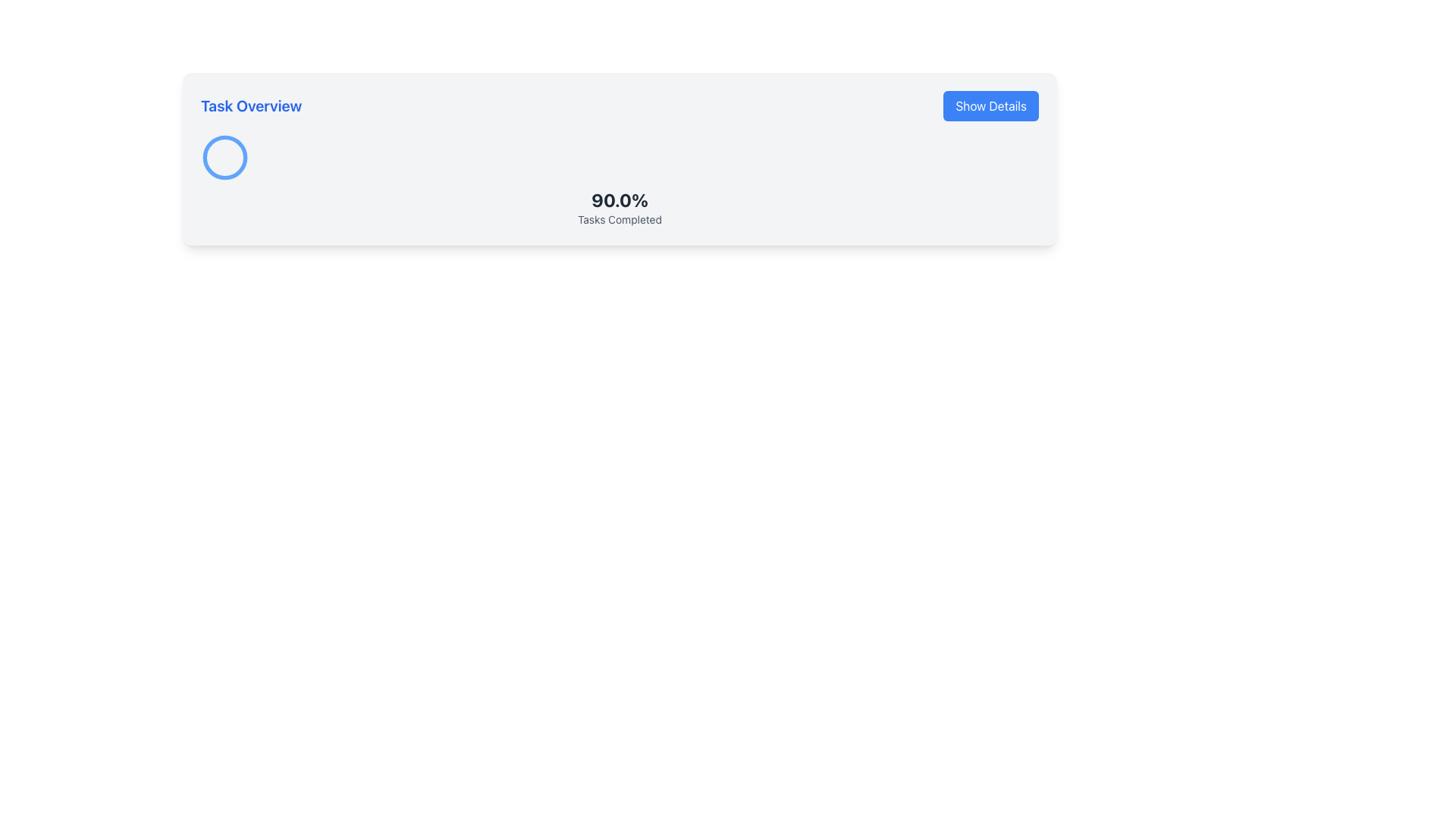 The width and height of the screenshot is (1456, 819). What do you see at coordinates (991, 105) in the screenshot?
I see `the button located in the top-right corner of the 'Task Overview' section` at bounding box center [991, 105].